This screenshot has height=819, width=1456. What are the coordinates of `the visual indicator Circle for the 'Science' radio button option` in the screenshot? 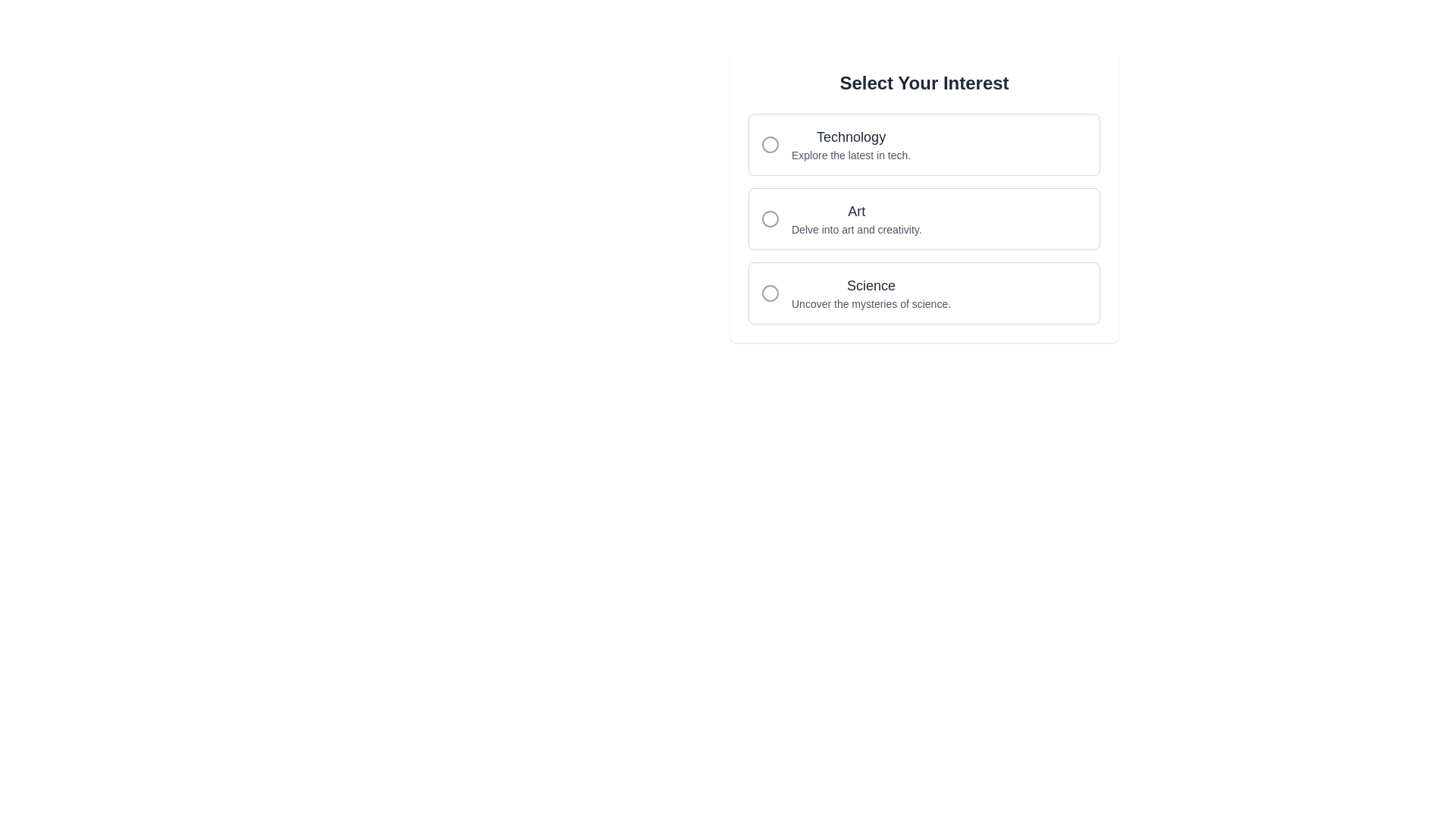 It's located at (770, 293).